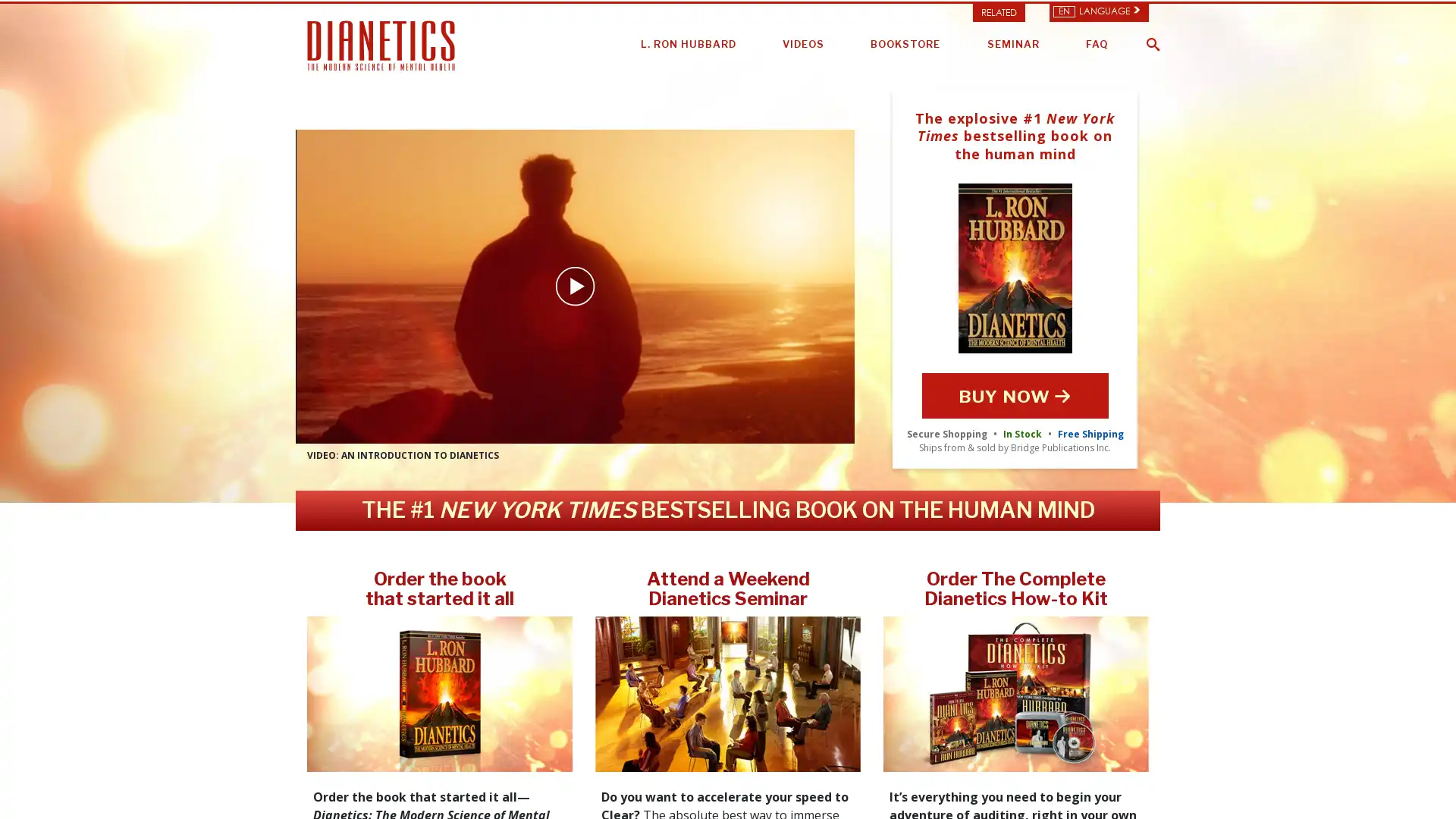 This screenshot has height=819, width=1456. What do you see at coordinates (1353, 784) in the screenshot?
I see `Leave us a message.` at bounding box center [1353, 784].